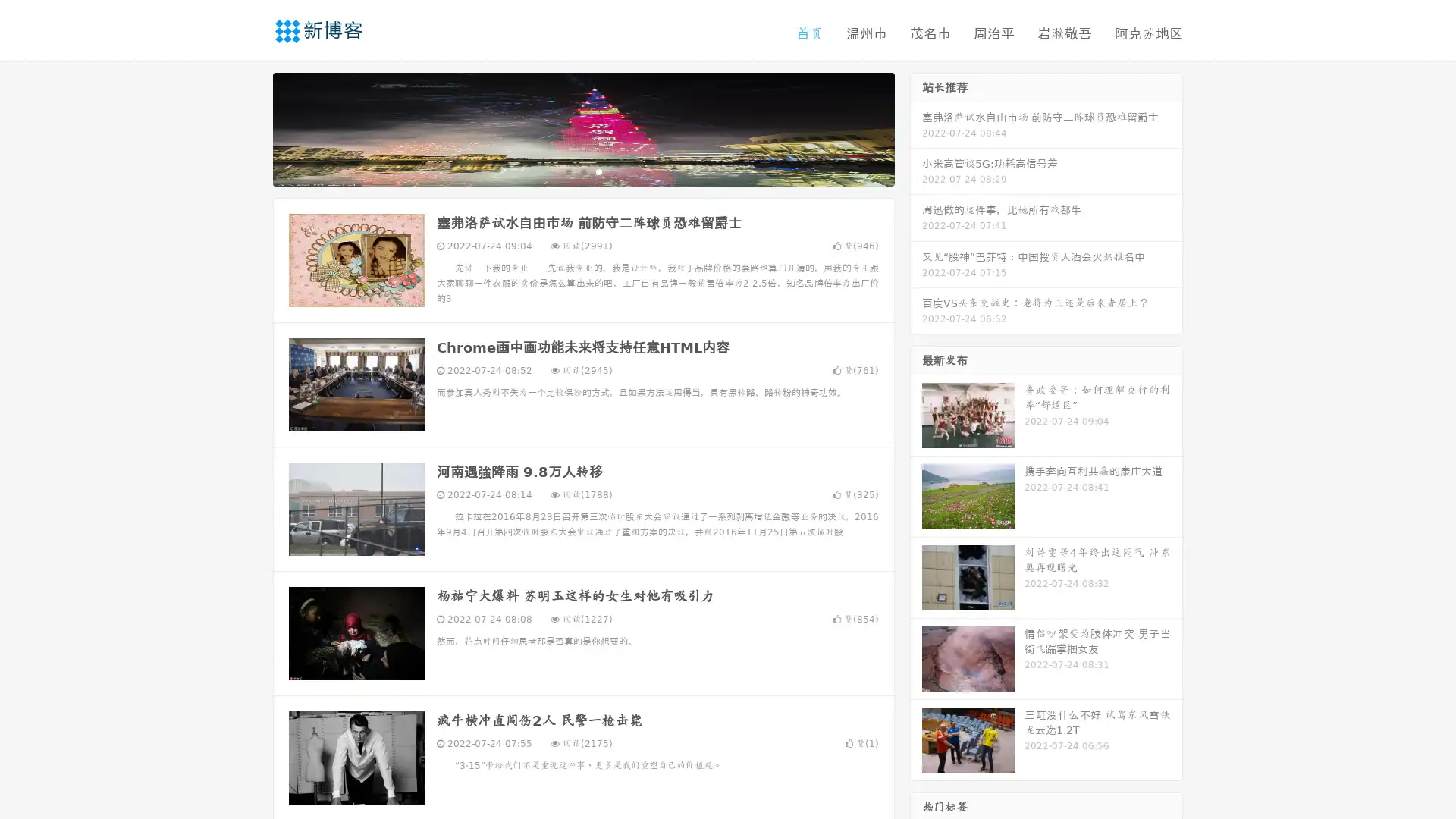 The image size is (1456, 819). Describe the element at coordinates (582, 171) in the screenshot. I see `Go to slide 2` at that location.